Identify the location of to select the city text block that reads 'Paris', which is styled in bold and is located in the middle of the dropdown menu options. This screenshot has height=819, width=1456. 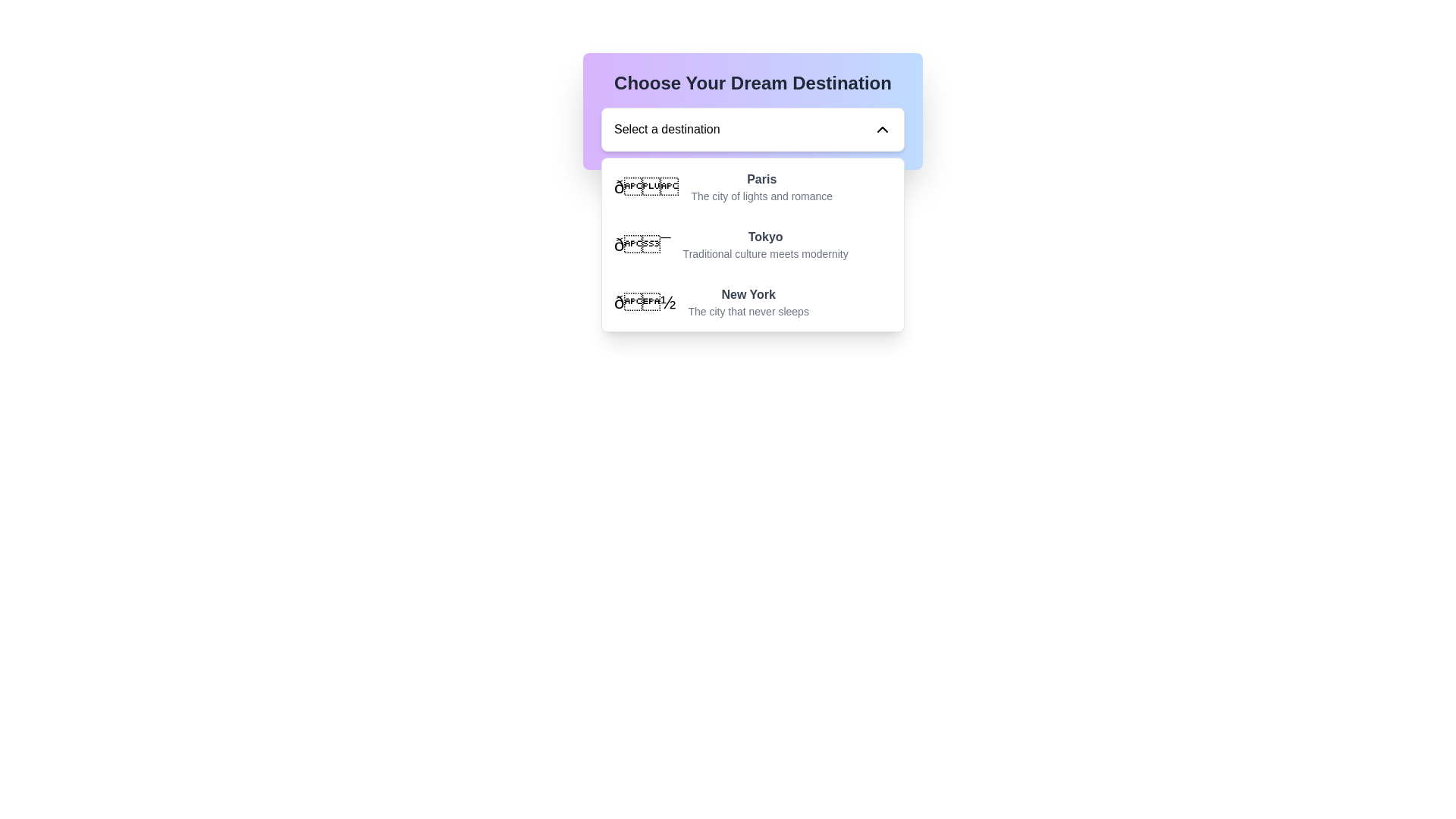
(761, 186).